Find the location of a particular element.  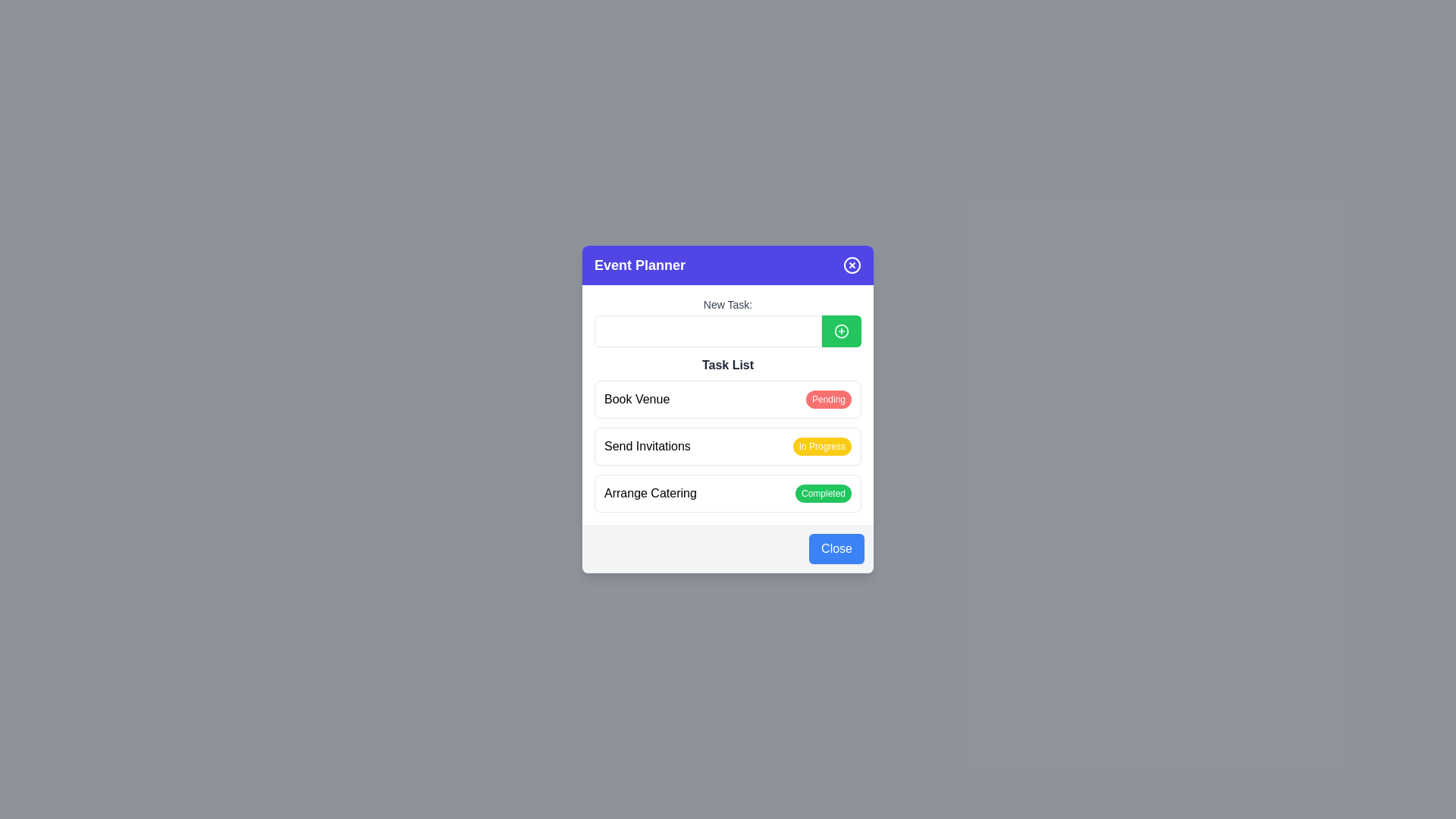

the status badge indicating the completion status of the 'Arrange Catering' task, positioned to the right of the task label is located at coordinates (822, 494).